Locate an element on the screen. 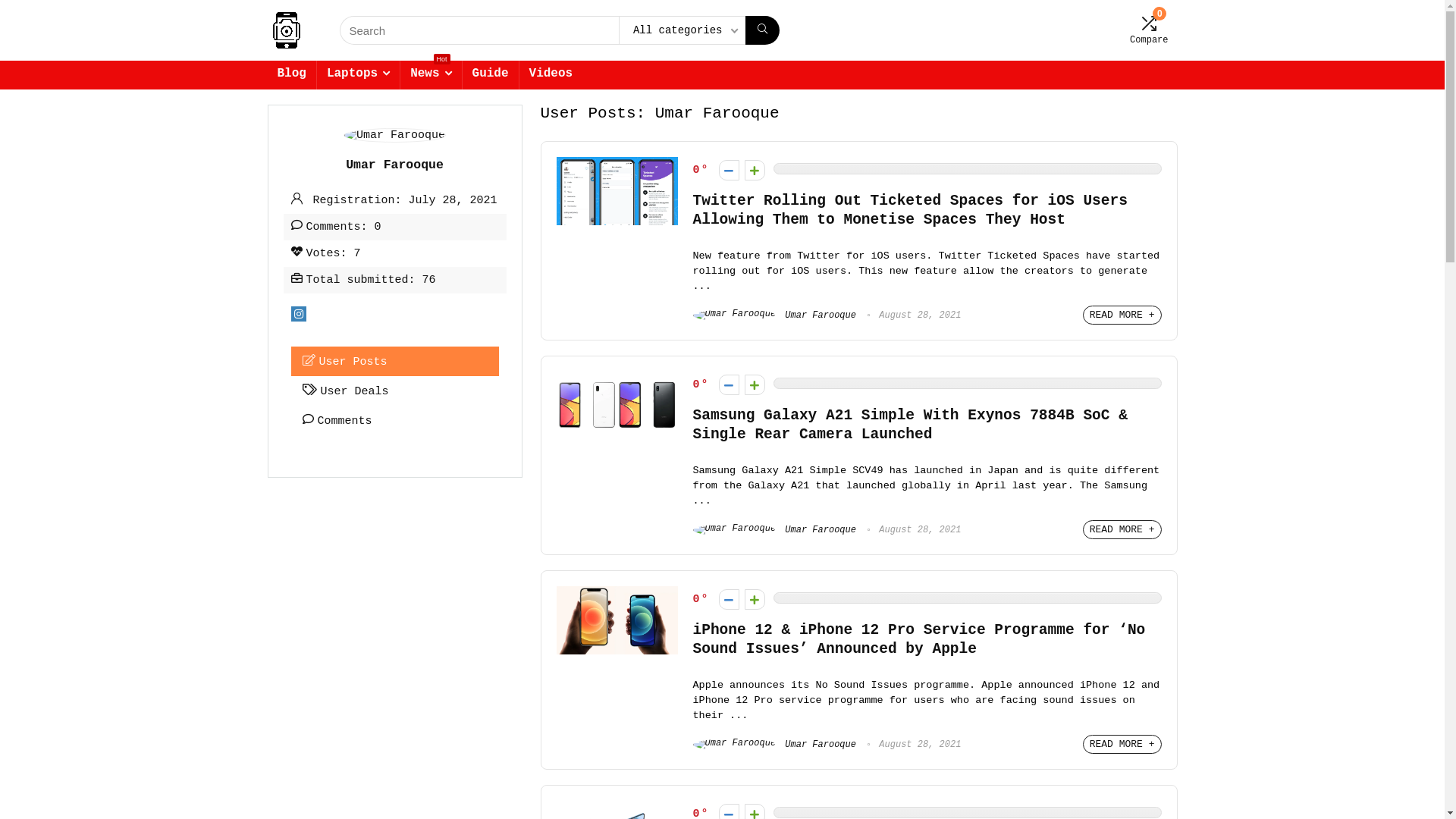 This screenshot has height=819, width=1456. 'READ MORE +' is located at coordinates (1122, 529).